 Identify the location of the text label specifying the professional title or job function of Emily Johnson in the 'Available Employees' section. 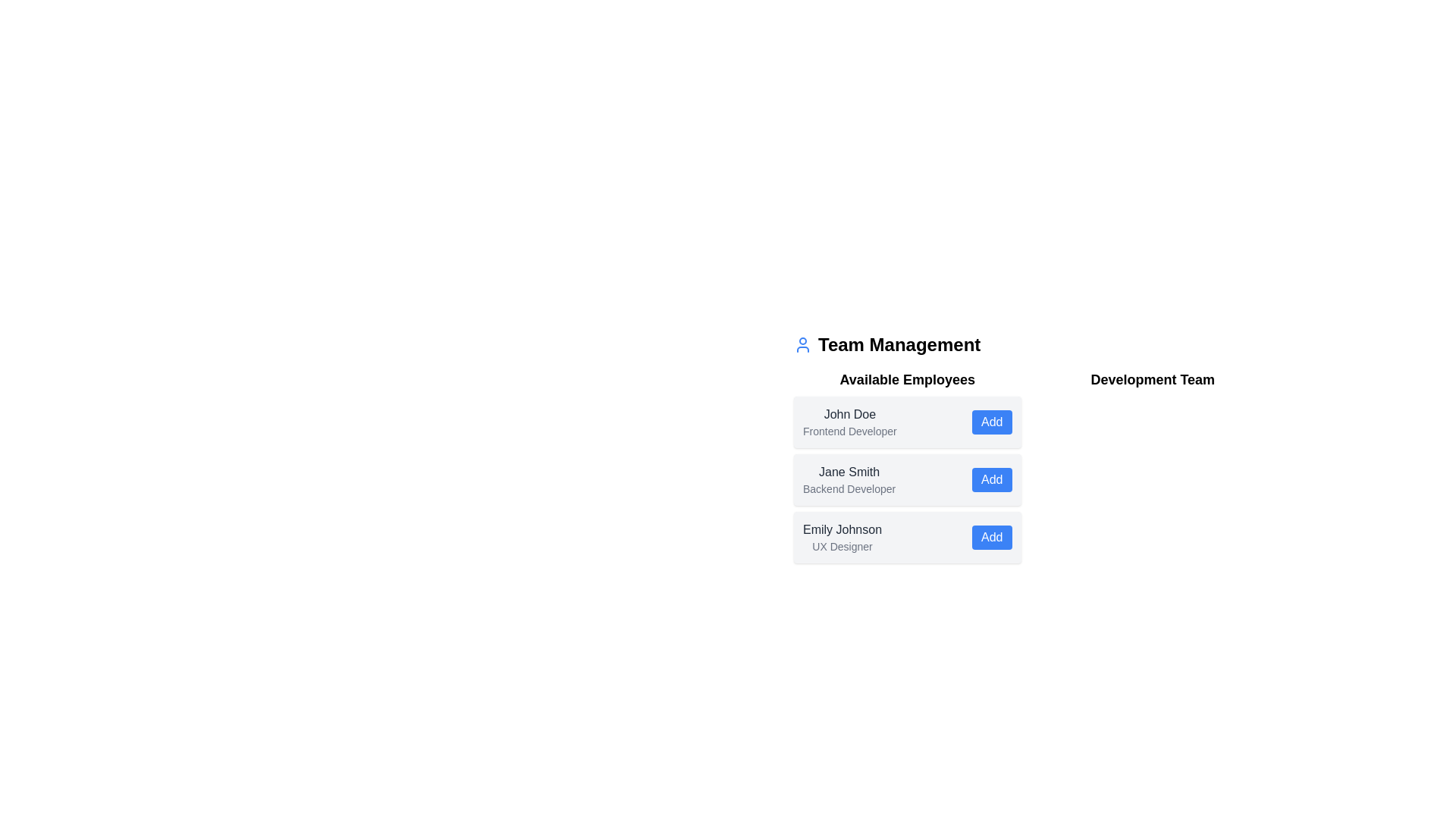
(842, 547).